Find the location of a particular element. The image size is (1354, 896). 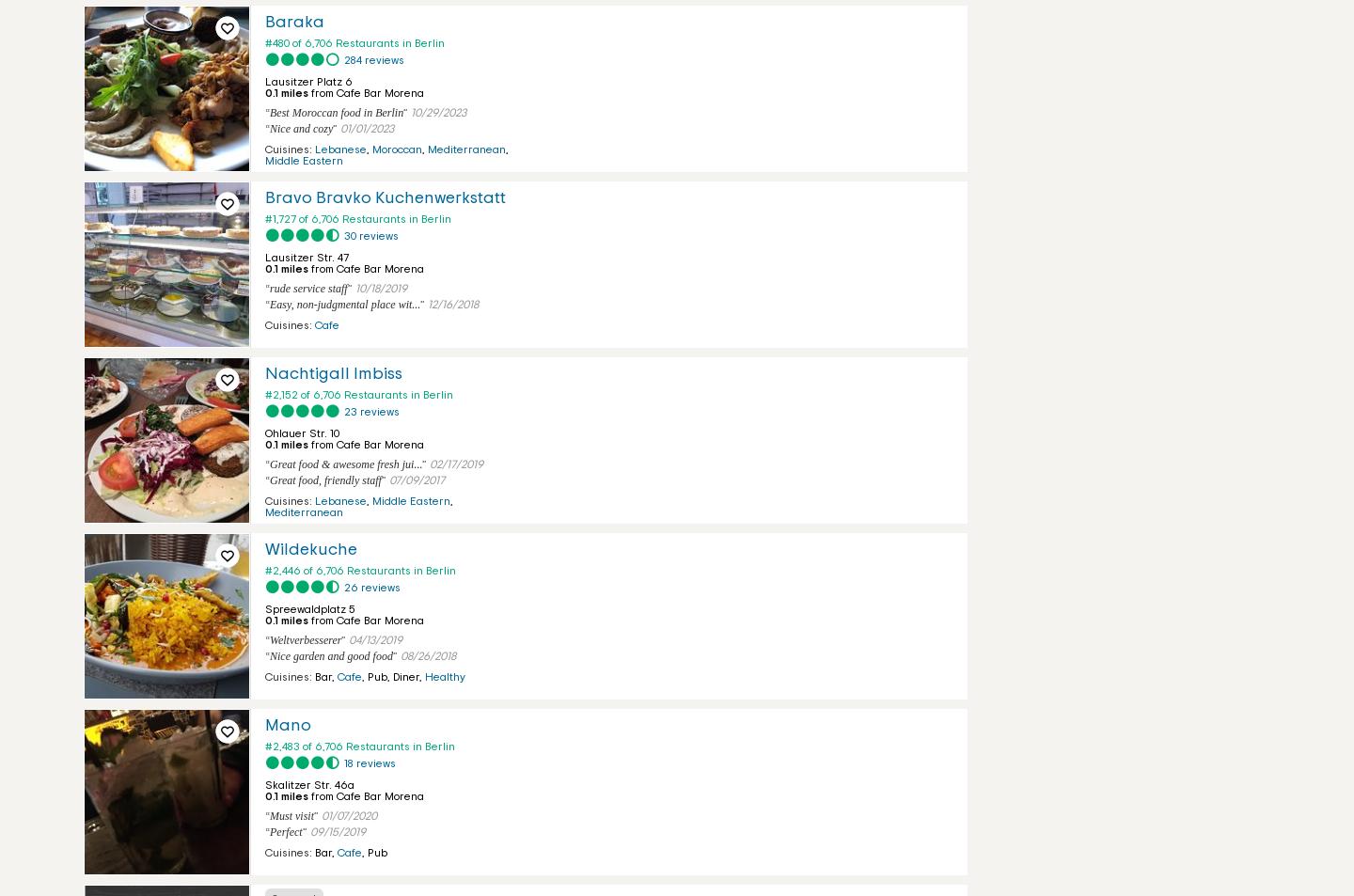

'01/01/2023' is located at coordinates (366, 128).